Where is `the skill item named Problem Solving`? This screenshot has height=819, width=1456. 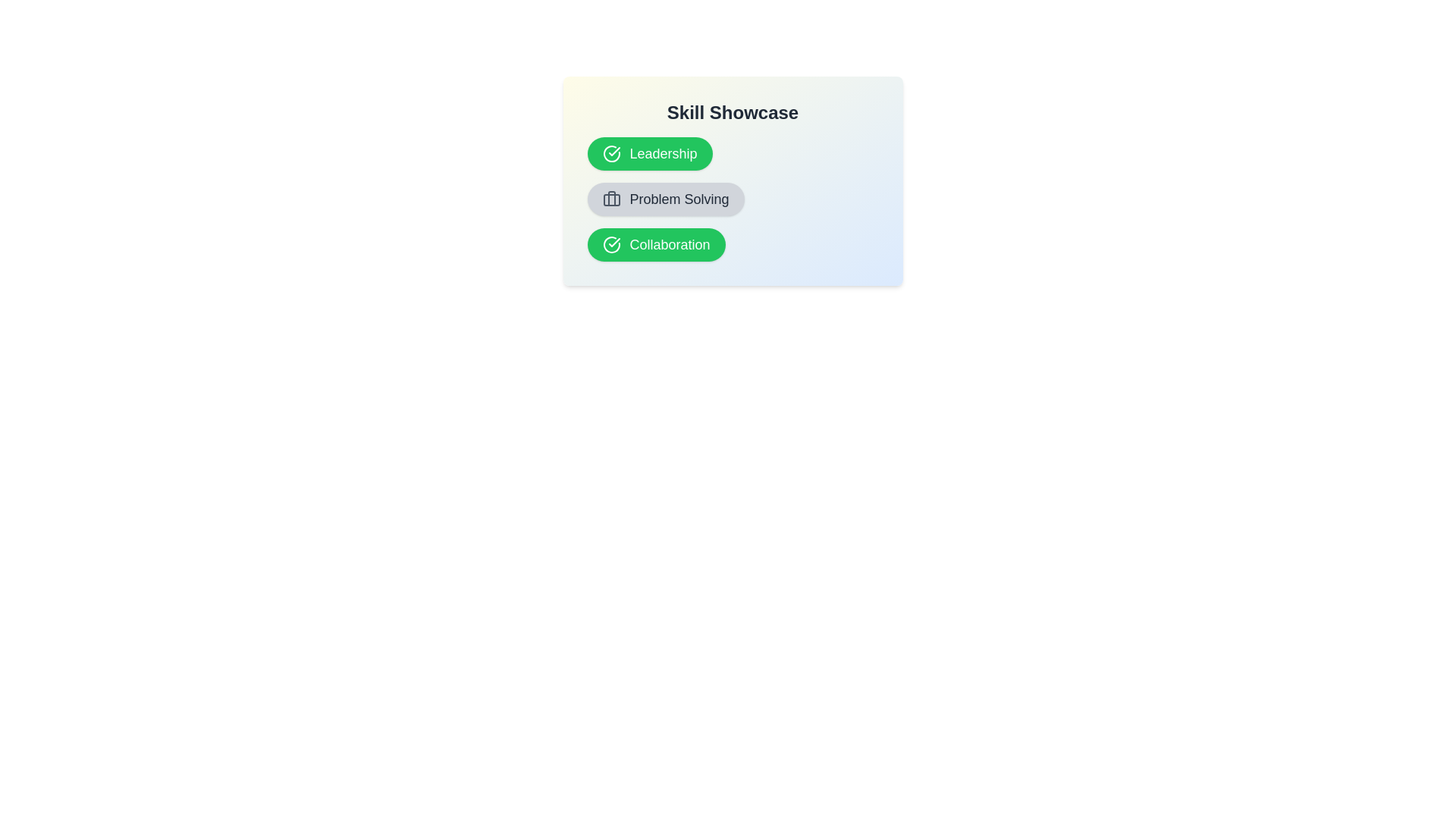 the skill item named Problem Solving is located at coordinates (666, 198).